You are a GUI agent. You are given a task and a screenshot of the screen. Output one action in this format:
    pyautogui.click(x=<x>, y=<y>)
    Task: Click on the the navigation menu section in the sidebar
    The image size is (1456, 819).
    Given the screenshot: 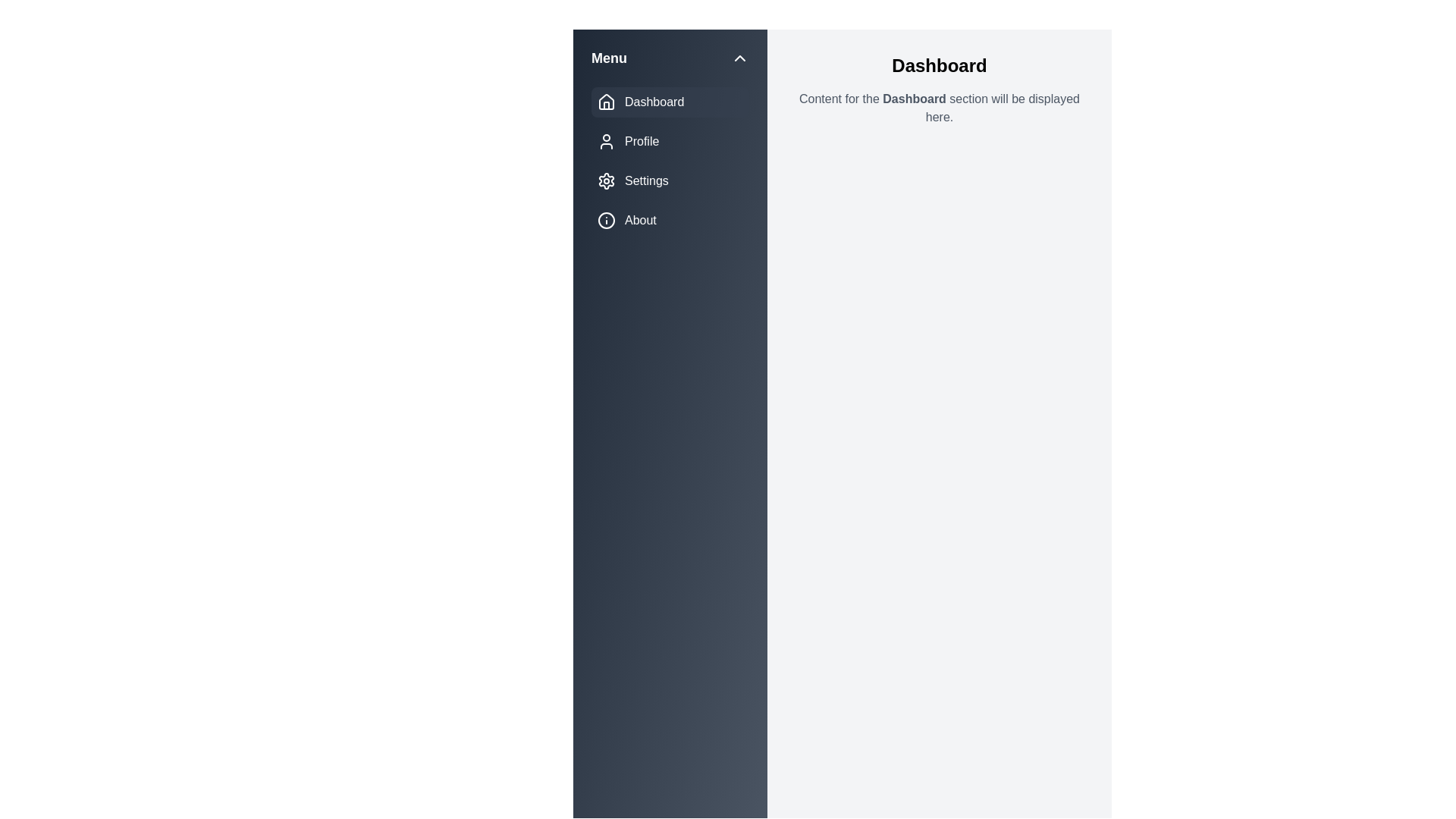 What is the action you would take?
    pyautogui.click(x=669, y=161)
    